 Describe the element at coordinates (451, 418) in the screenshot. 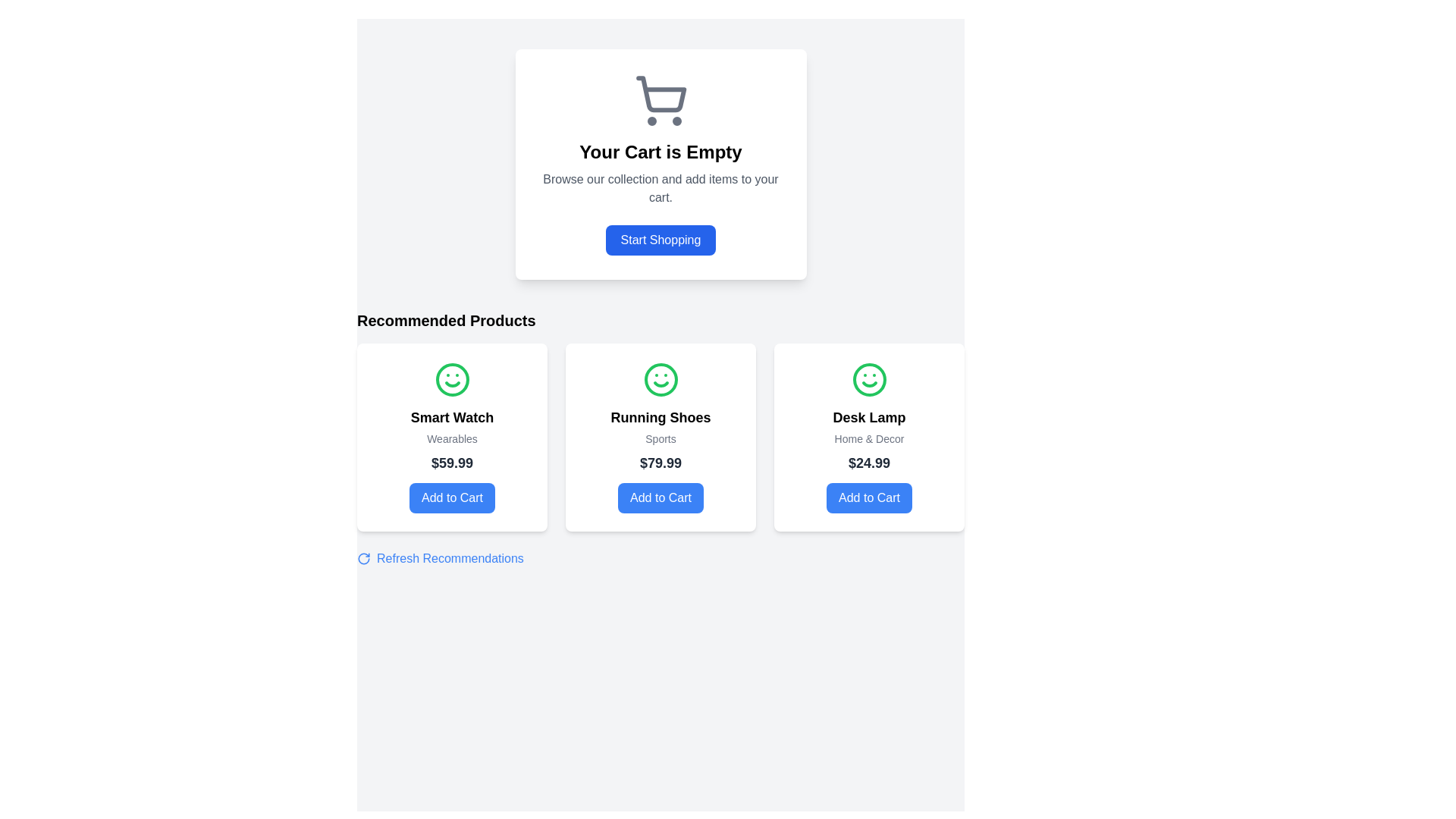

I see `text label that serves as the title of the product, displaying 'Smart Watch', located in the upper section of the first product card in the 'Recommended Products' section, positioned below a smiling face icon and above the text 'Wearables'` at that location.